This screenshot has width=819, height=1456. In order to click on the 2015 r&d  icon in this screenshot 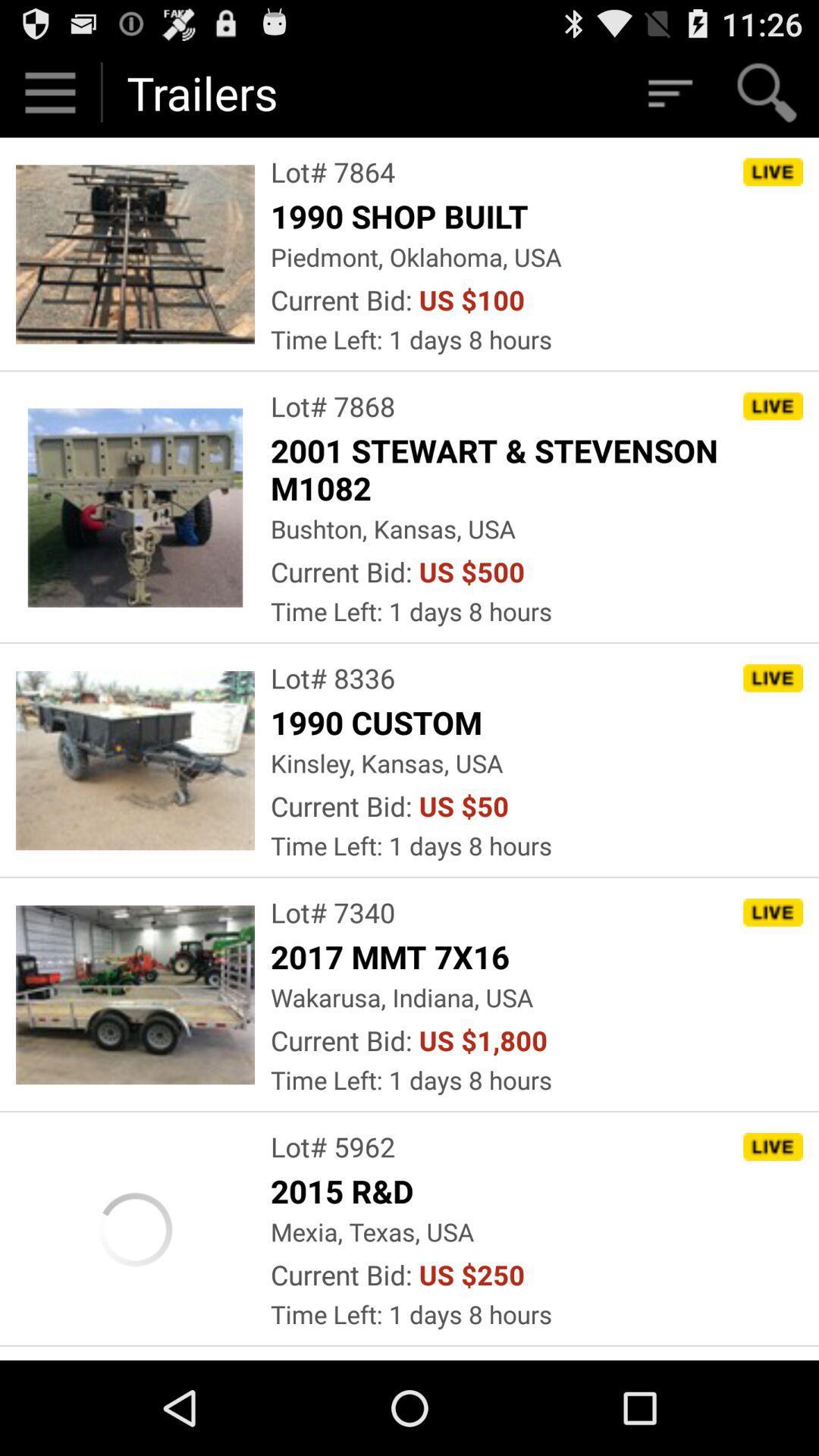, I will do `click(346, 1190)`.